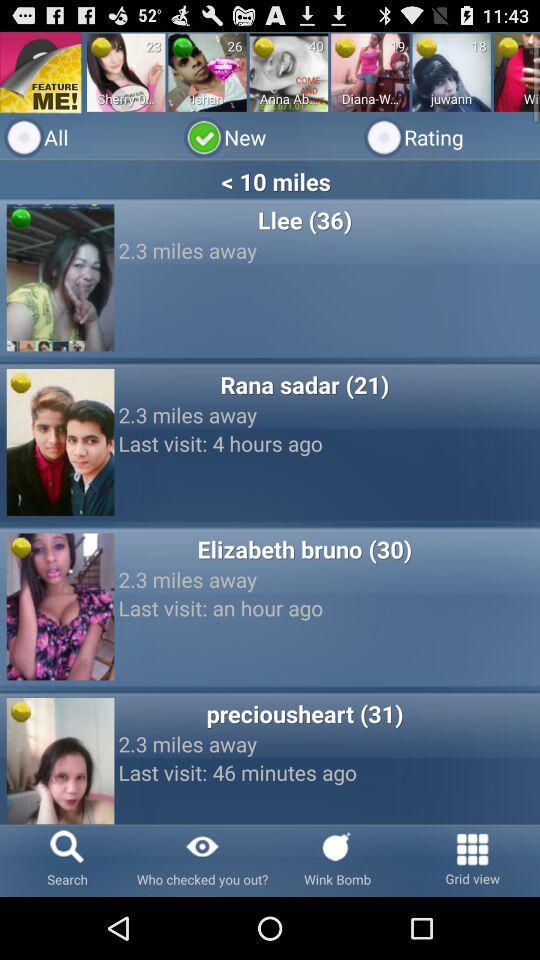 This screenshot has width=540, height=960. I want to click on the item to the left of the 18 app, so click(425, 46).